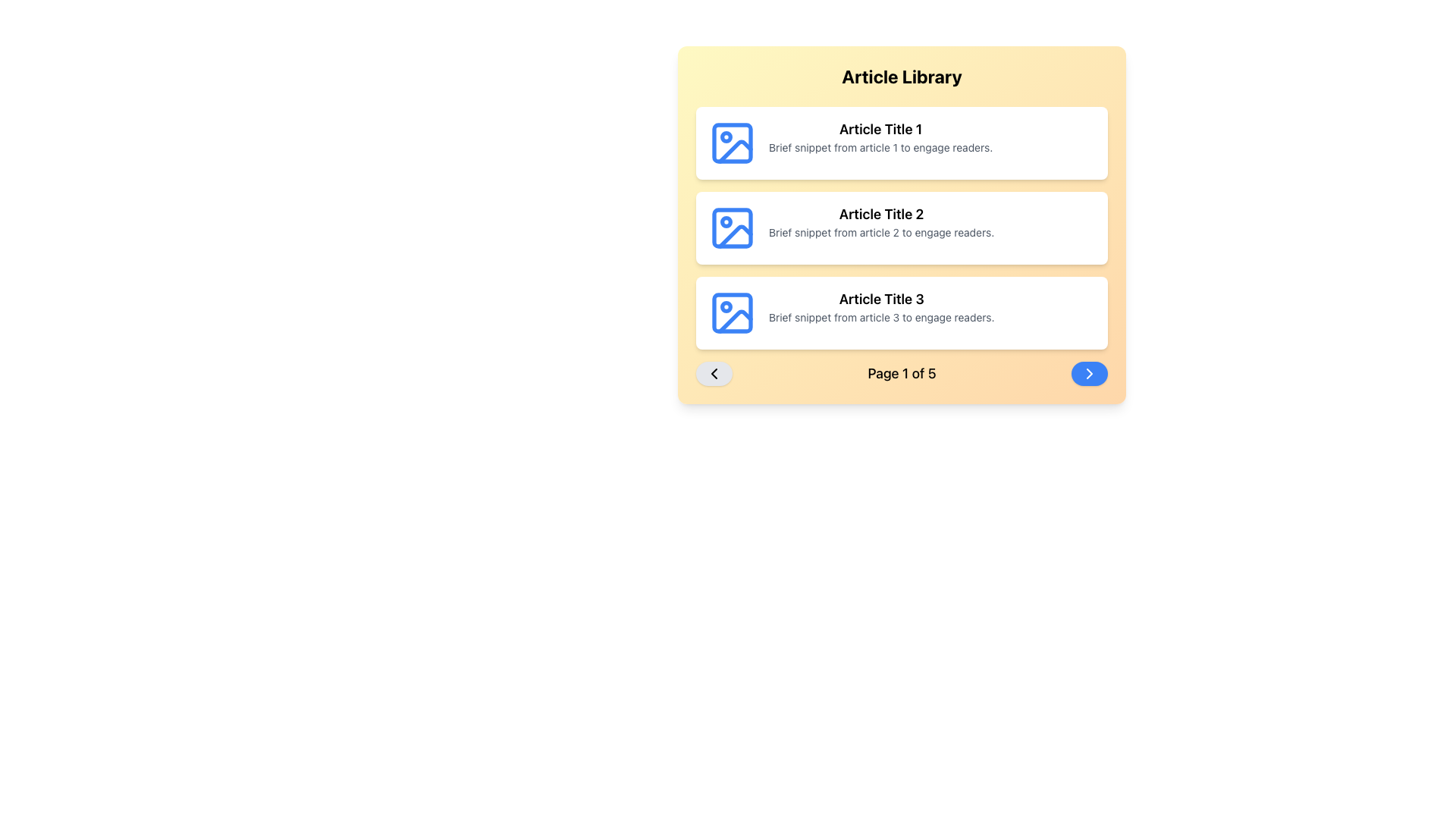 Image resolution: width=1456 pixels, height=819 pixels. Describe the element at coordinates (732, 312) in the screenshot. I see `the article icon located on the left side of the third entry under the 'Article Library' section, which visually represents an article entry` at that location.